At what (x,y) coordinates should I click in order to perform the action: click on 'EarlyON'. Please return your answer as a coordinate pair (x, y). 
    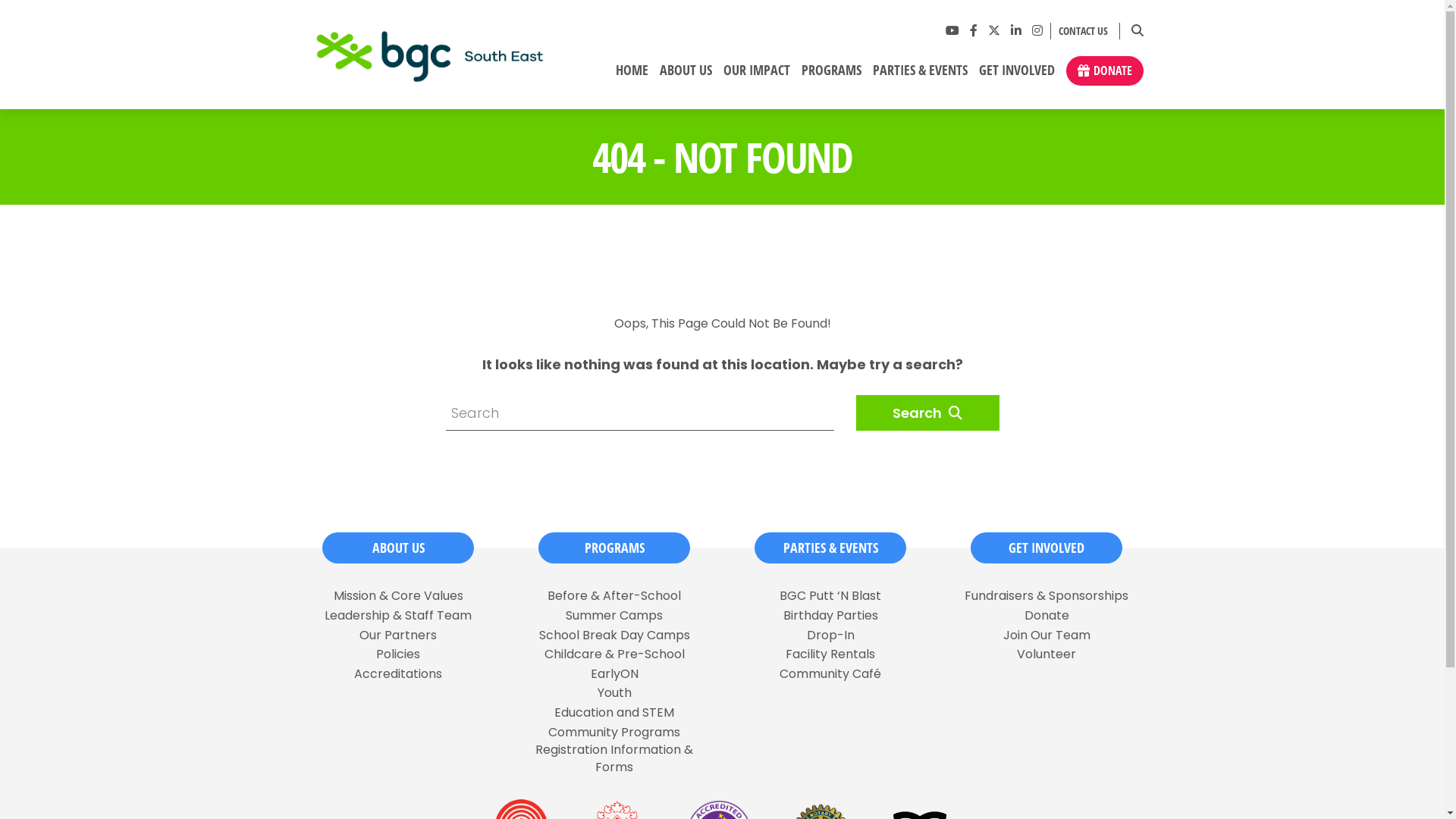
    Looking at the image, I should click on (613, 673).